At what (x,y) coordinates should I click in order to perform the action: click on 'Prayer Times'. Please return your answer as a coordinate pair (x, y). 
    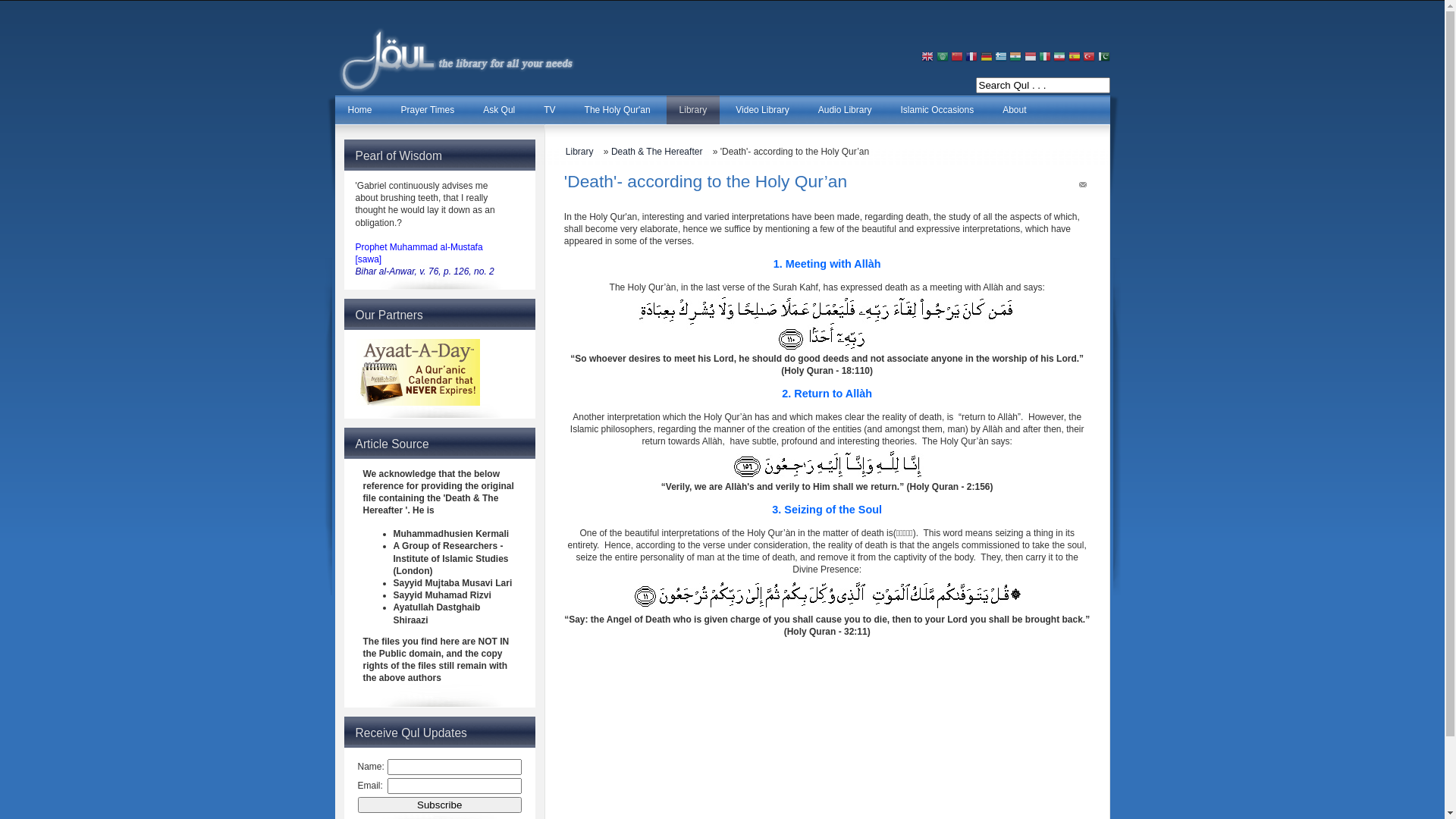
    Looking at the image, I should click on (388, 109).